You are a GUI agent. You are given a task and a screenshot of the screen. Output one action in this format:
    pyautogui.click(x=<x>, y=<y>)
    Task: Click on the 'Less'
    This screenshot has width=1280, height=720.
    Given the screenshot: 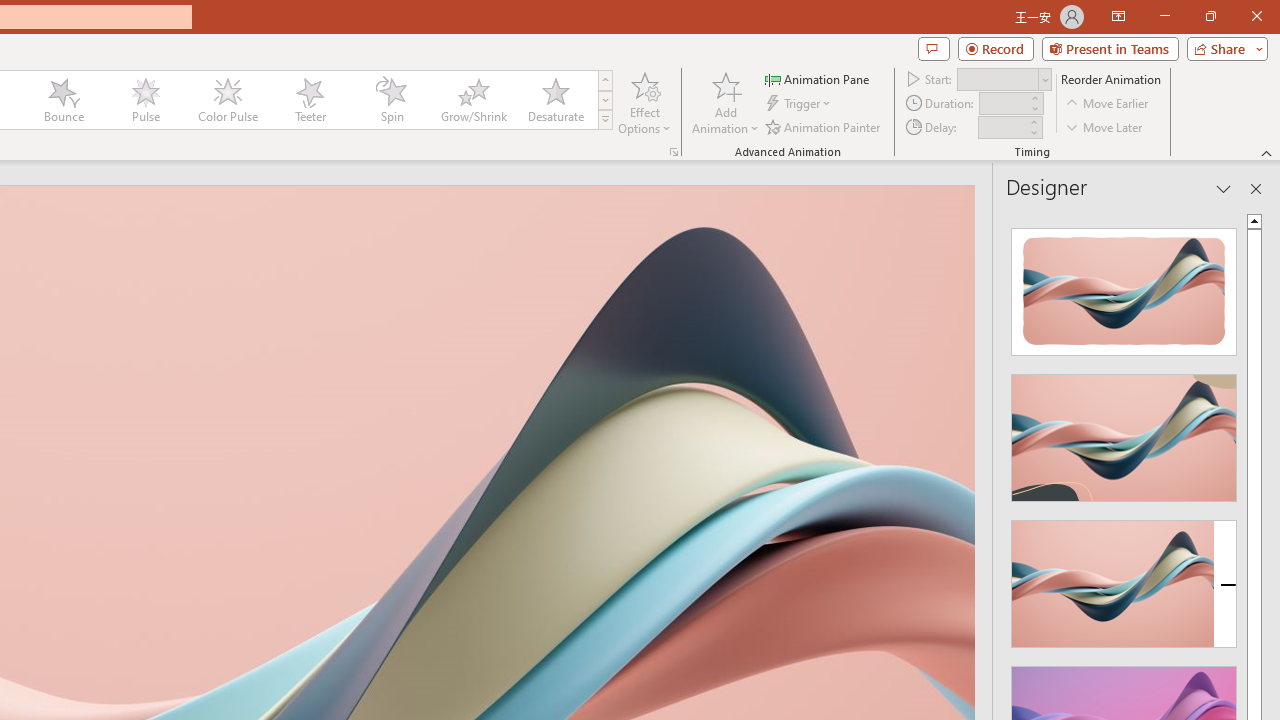 What is the action you would take?
    pyautogui.click(x=1033, y=132)
    